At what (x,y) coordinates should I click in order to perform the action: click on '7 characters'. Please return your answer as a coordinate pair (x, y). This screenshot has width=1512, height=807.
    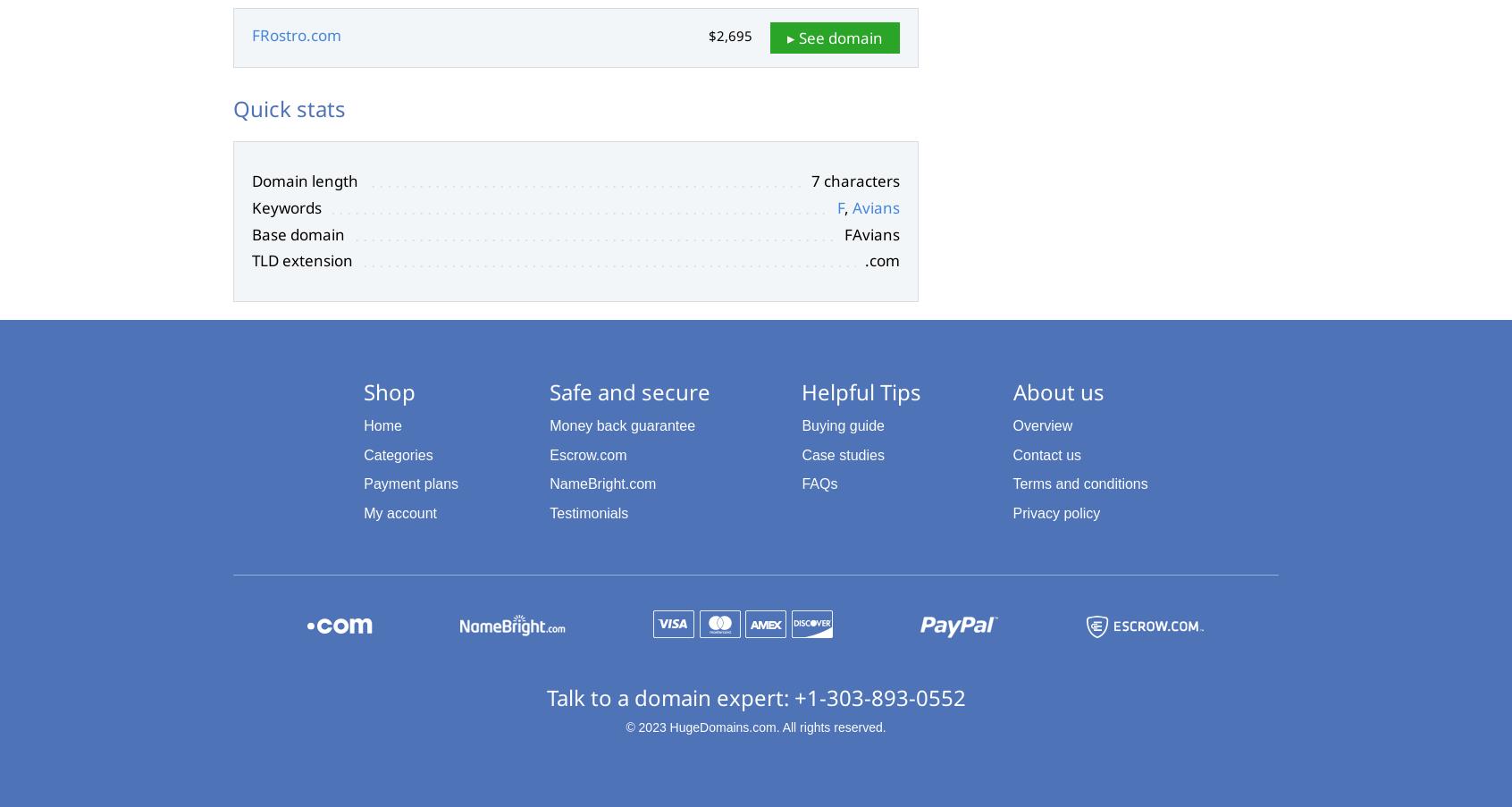
    Looking at the image, I should click on (810, 181).